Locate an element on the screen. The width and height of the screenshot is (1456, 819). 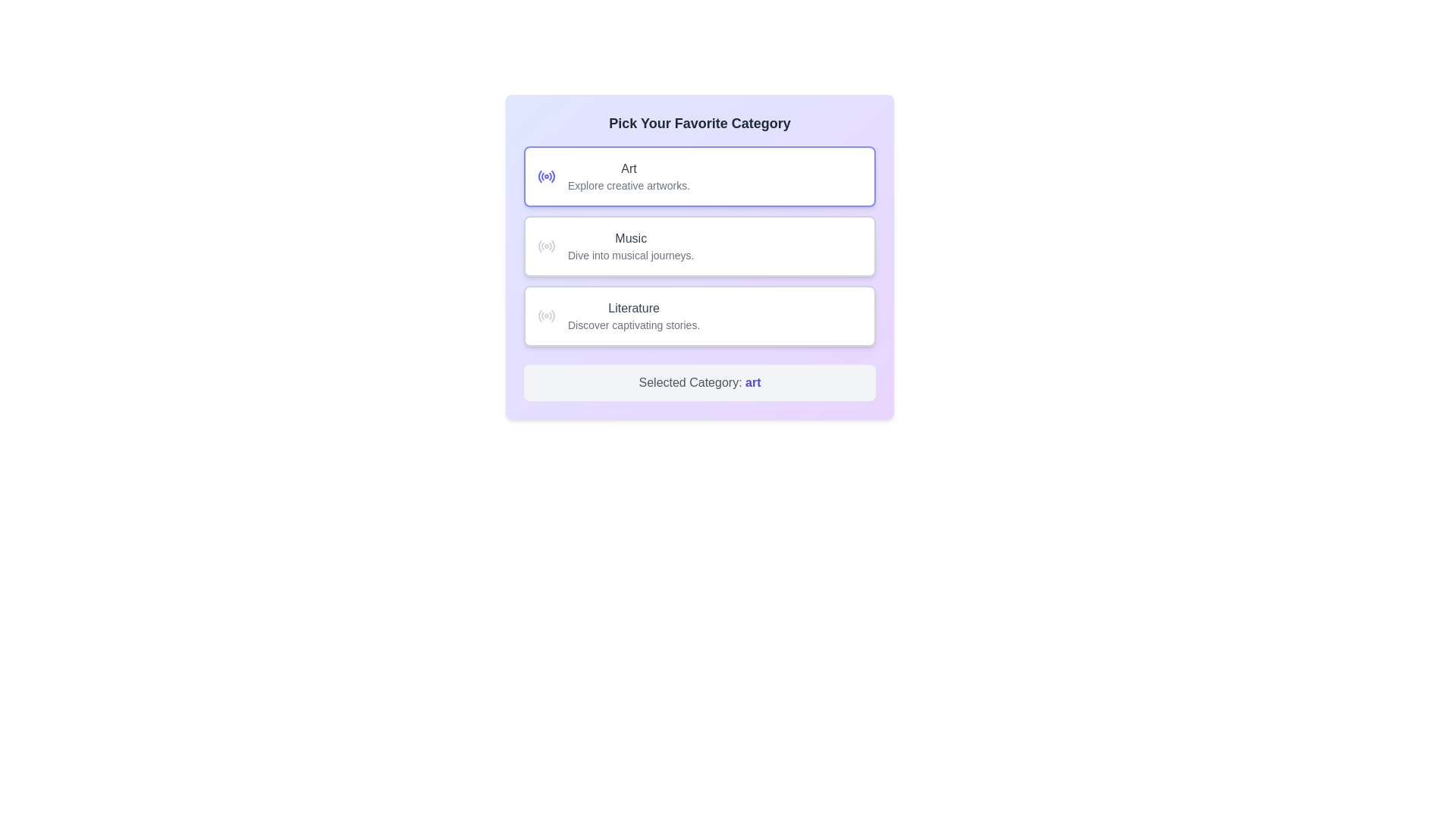
the Text label providing additional context for the 'Art' category, located beneath the 'Art' header in the vertical list of selectable categories is located at coordinates (629, 185).